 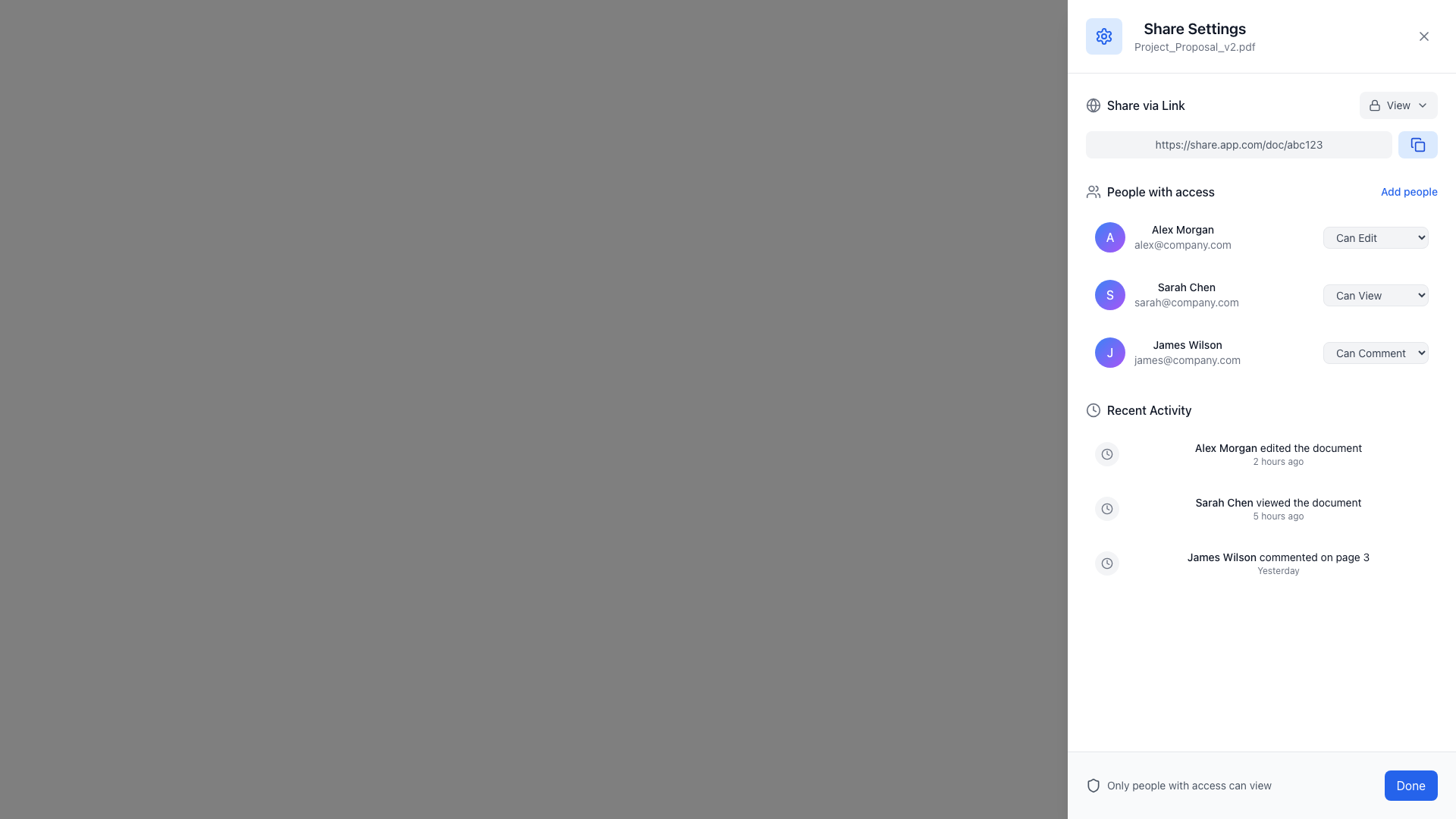 What do you see at coordinates (1093, 785) in the screenshot?
I see `the security icon (shield symbol) located at the bottom left of the panel, aligned with the text 'Only people with access can view.'` at bounding box center [1093, 785].